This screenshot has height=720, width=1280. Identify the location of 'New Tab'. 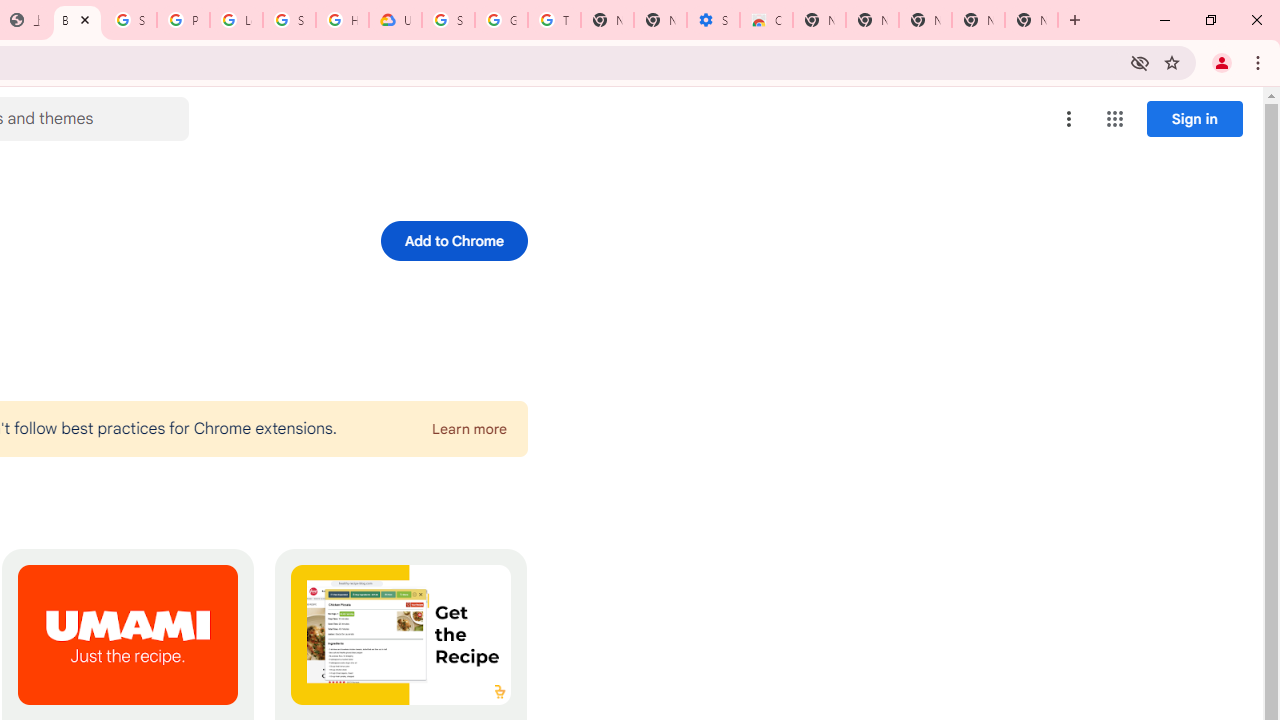
(1031, 20).